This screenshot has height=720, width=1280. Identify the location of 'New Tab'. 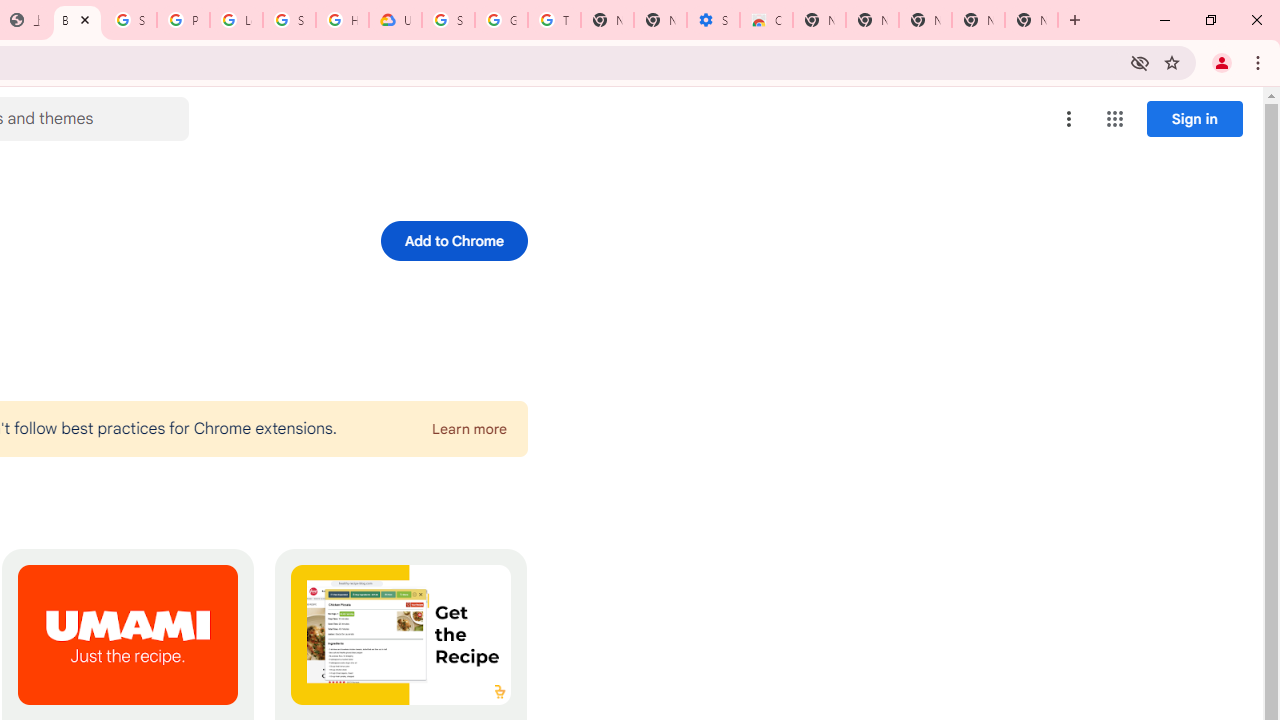
(1031, 20).